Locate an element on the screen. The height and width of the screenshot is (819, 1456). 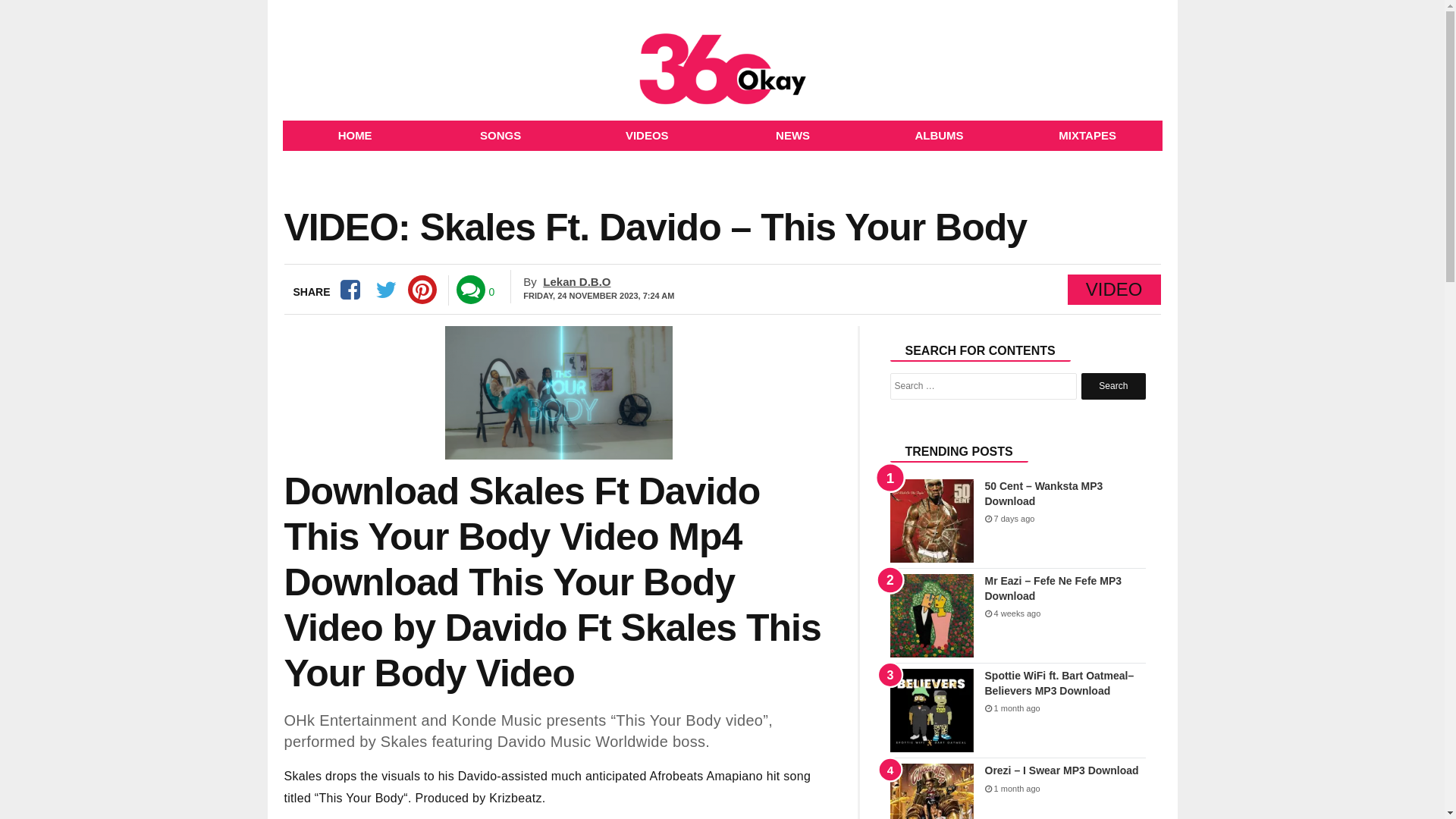
'Search' is located at coordinates (1113, 385).